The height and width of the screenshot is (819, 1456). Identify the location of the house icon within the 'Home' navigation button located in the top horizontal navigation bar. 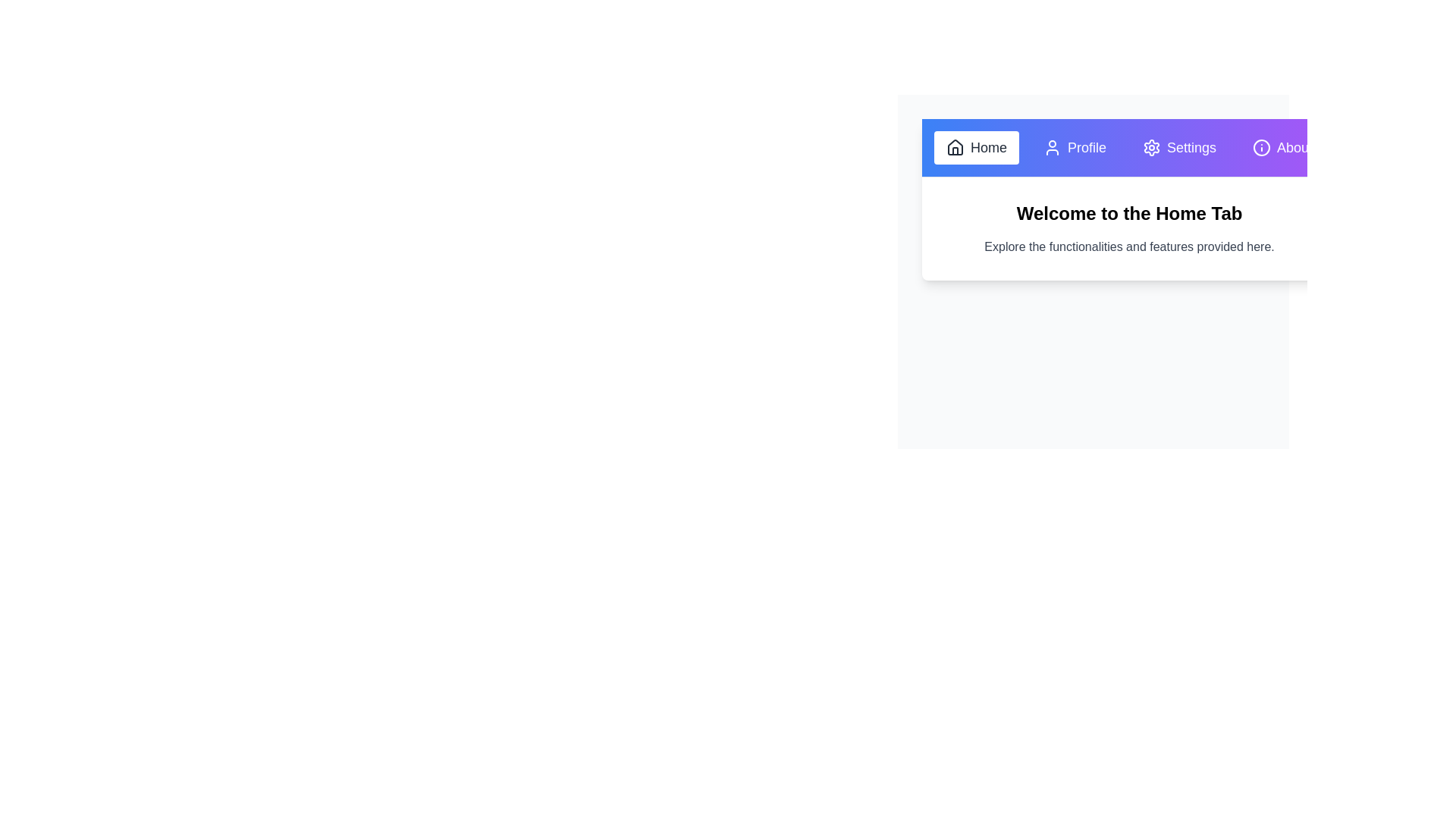
(954, 146).